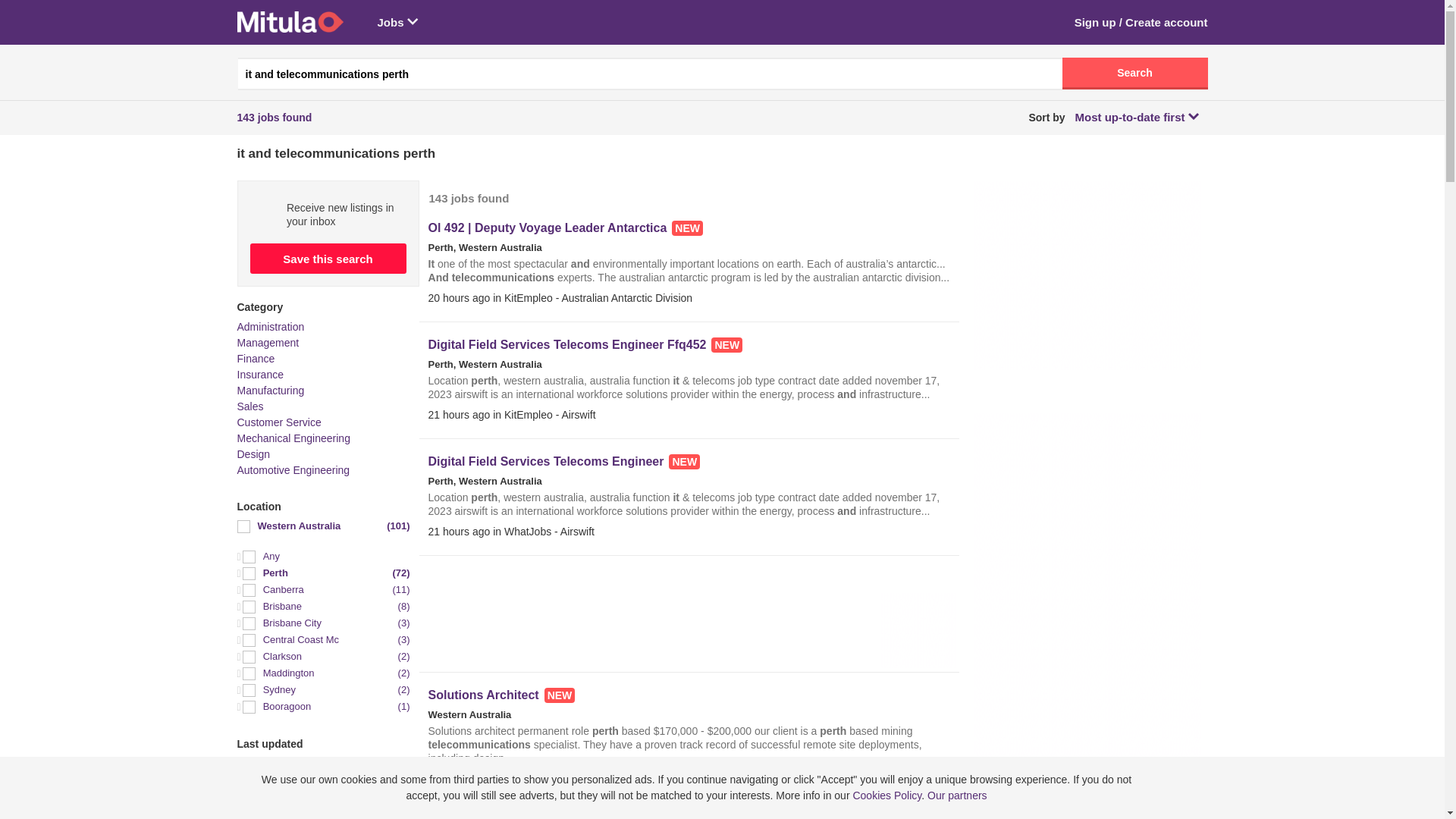  What do you see at coordinates (886, 795) in the screenshot?
I see `'Cookies Policy'` at bounding box center [886, 795].